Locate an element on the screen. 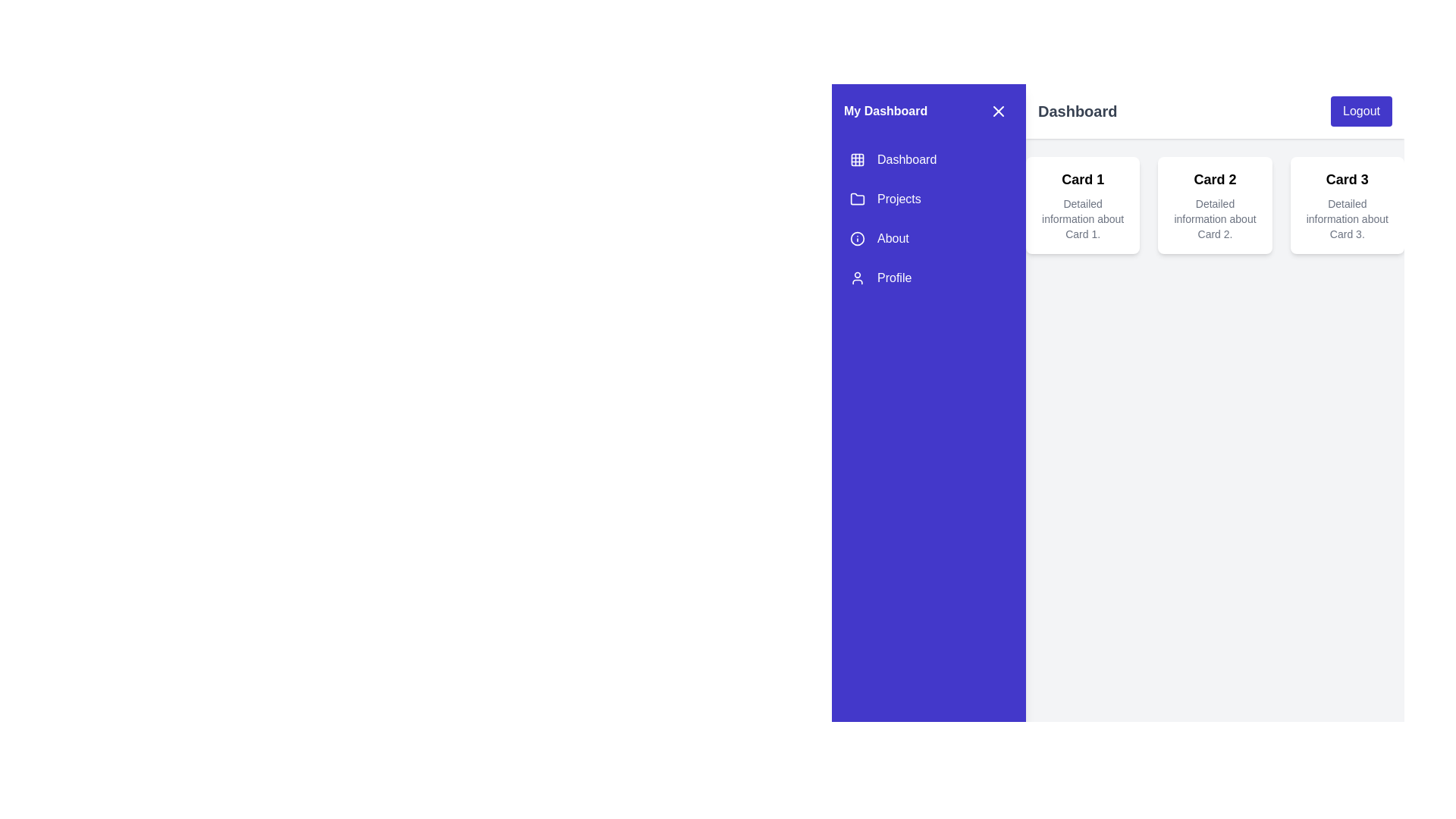 This screenshot has width=1456, height=819. the 'About' text label in the sidebar is located at coordinates (893, 239).